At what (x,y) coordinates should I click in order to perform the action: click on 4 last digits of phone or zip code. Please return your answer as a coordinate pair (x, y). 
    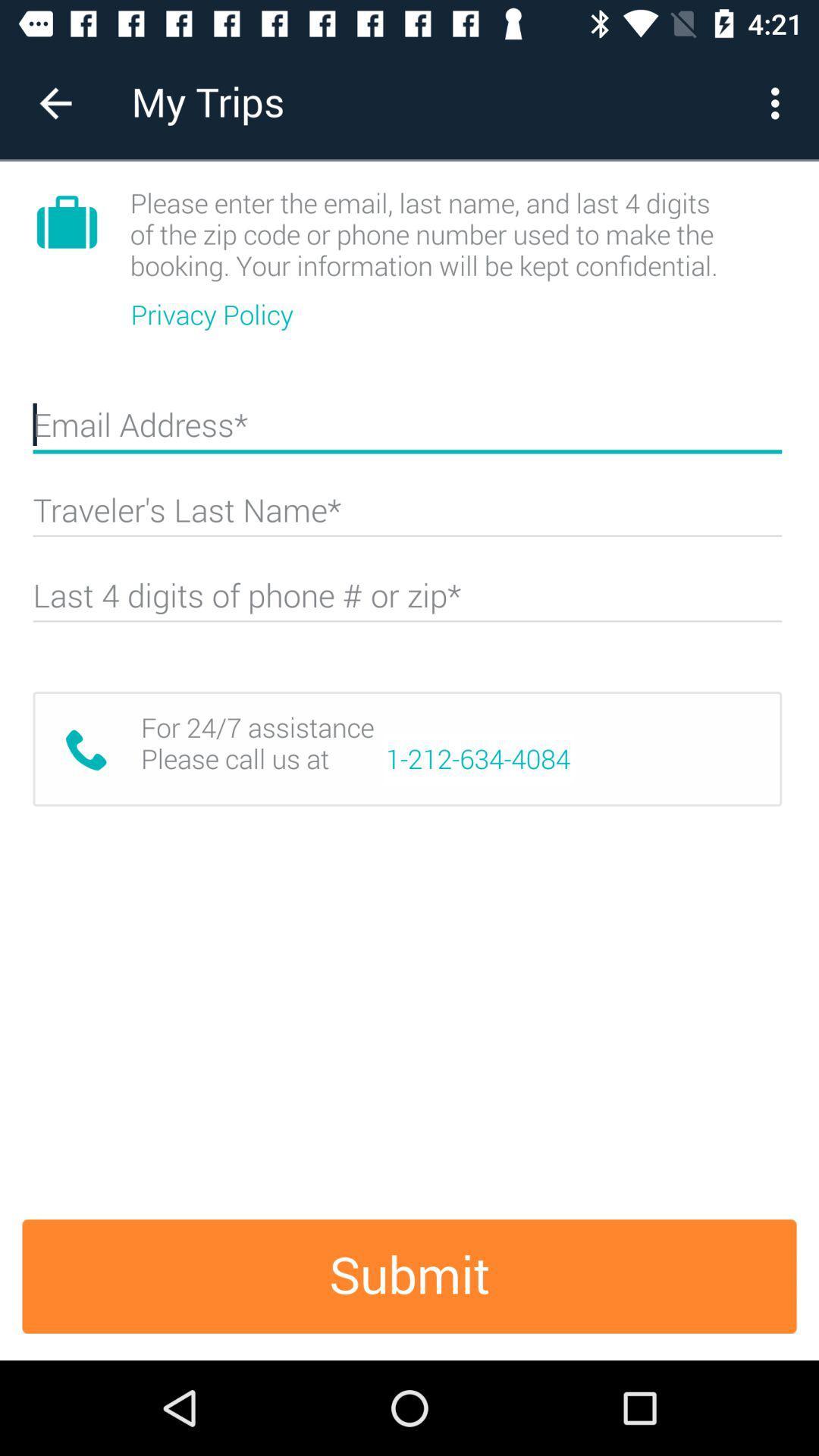
    Looking at the image, I should click on (406, 601).